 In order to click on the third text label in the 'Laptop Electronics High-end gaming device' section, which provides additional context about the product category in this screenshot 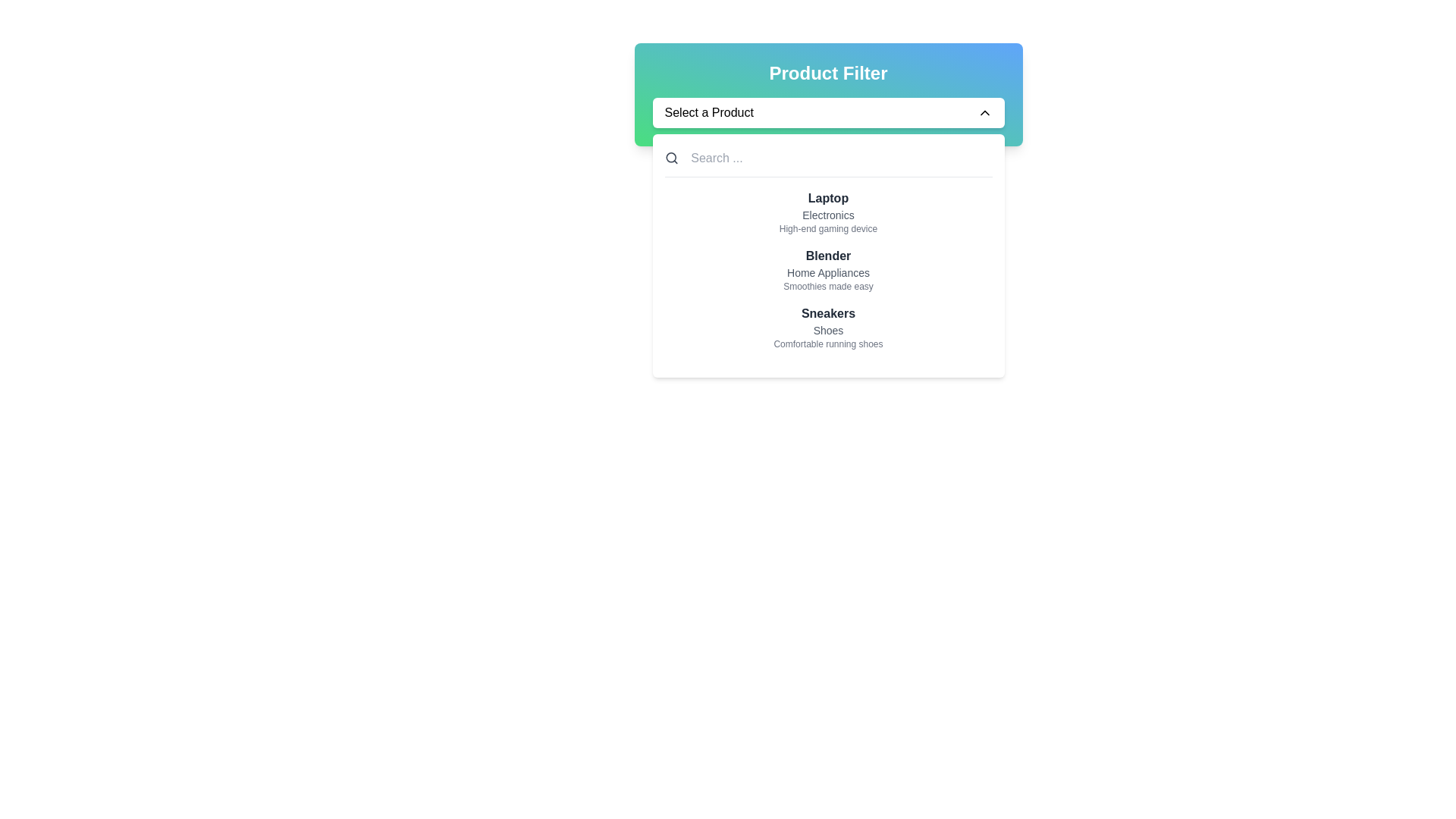, I will do `click(827, 228)`.